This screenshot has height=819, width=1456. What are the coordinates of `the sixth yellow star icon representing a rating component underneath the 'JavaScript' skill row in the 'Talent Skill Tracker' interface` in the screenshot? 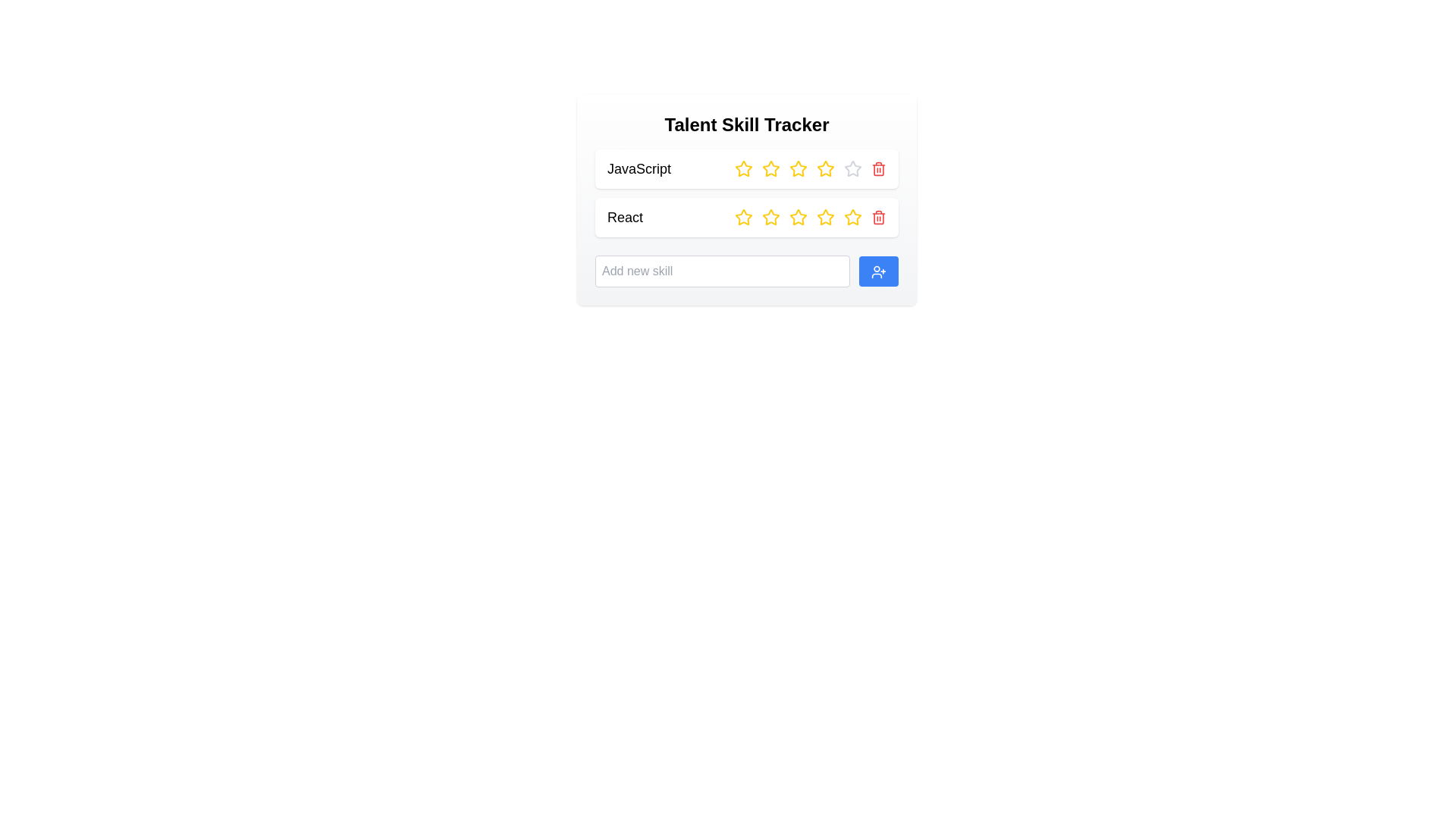 It's located at (825, 169).